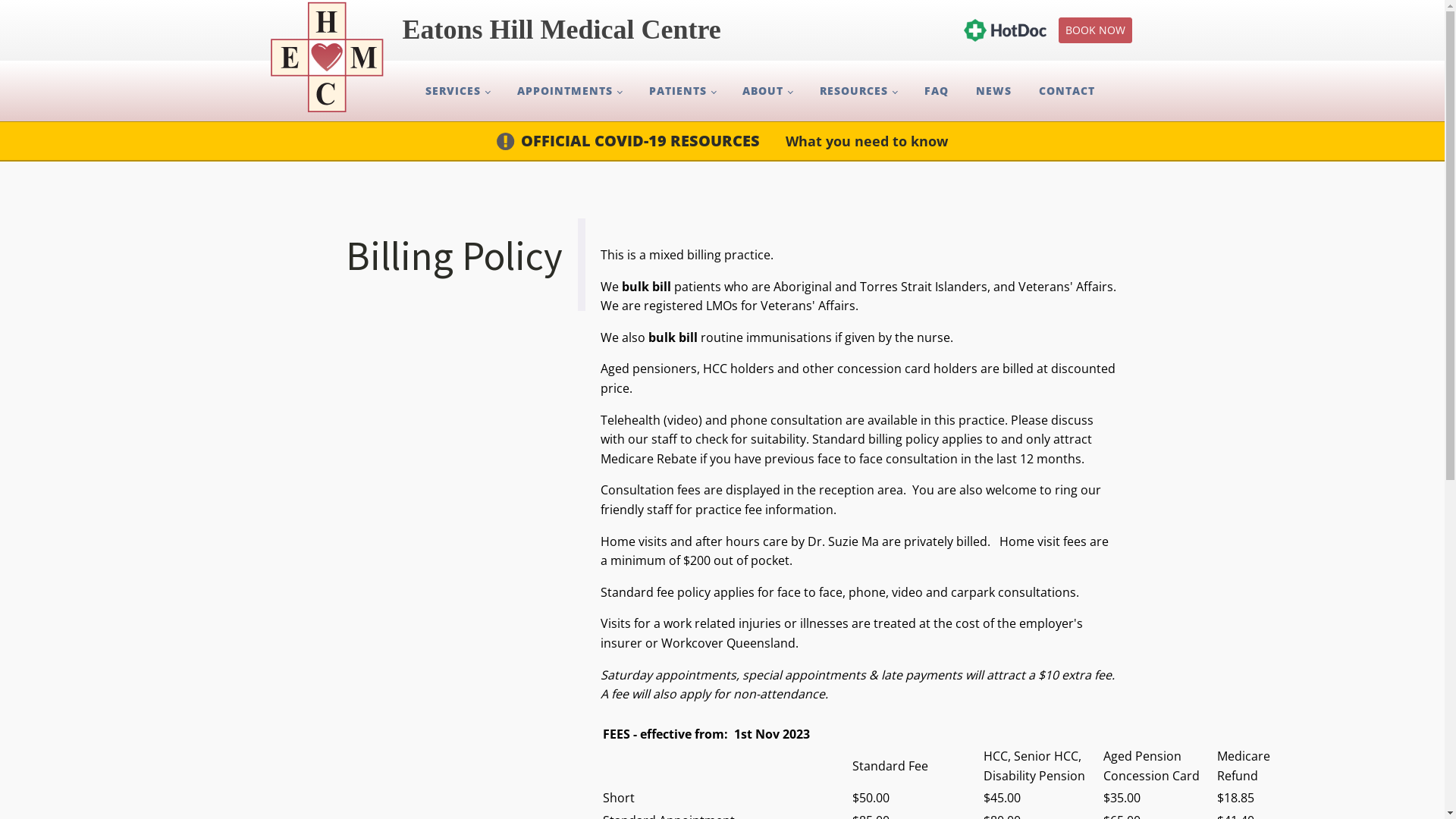  What do you see at coordinates (682, 90) in the screenshot?
I see `'PATIENTS'` at bounding box center [682, 90].